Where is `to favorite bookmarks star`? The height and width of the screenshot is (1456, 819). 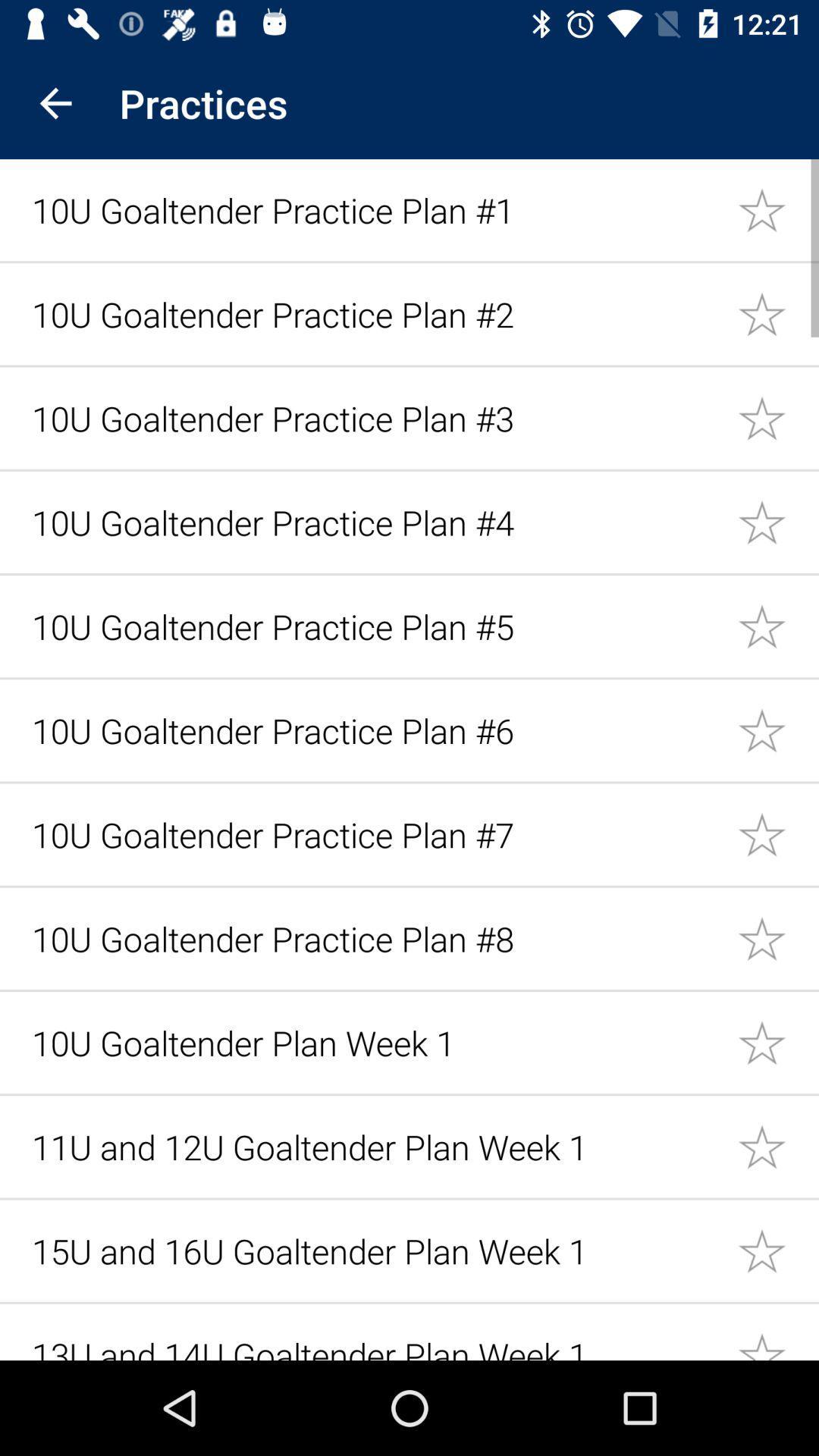
to favorite bookmarks star is located at coordinates (778, 626).